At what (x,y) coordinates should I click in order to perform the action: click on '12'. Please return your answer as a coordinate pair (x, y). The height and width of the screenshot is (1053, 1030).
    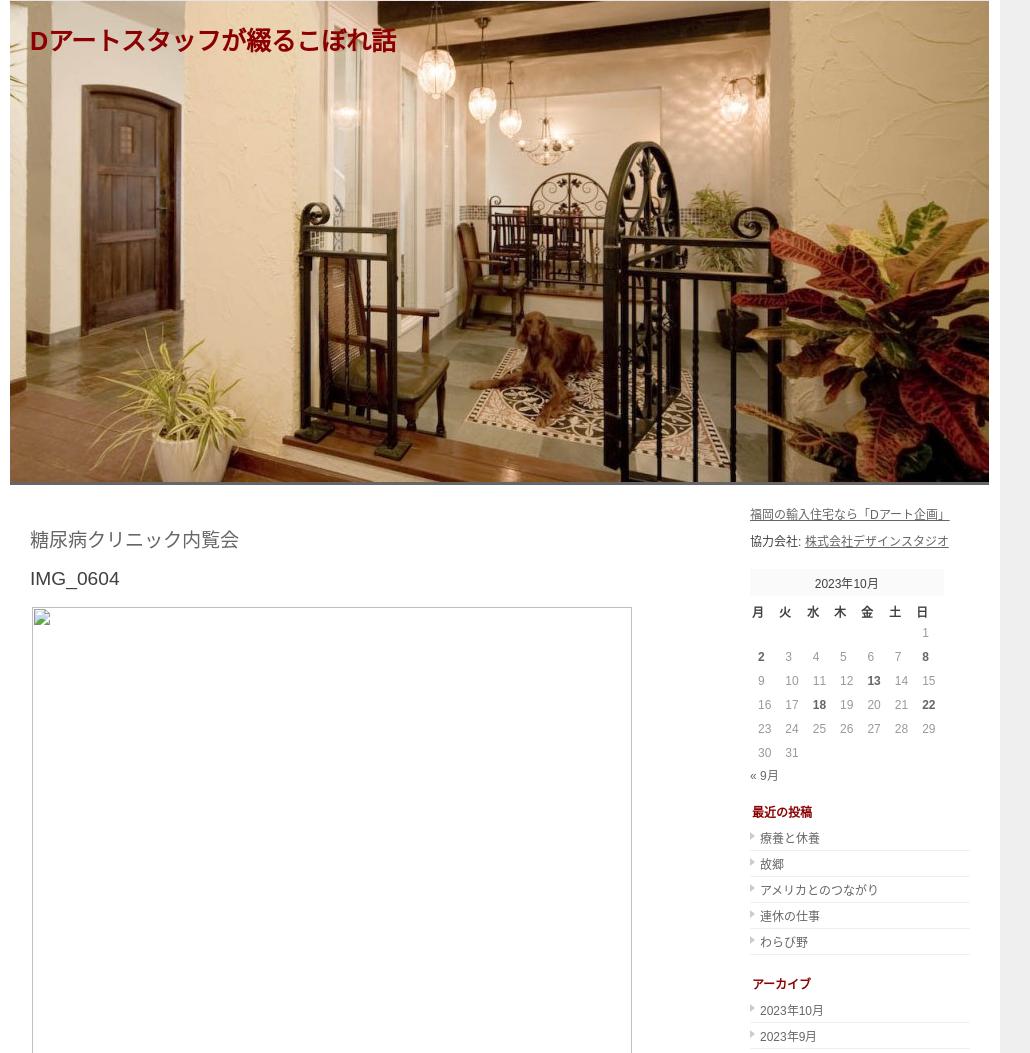
    Looking at the image, I should click on (838, 680).